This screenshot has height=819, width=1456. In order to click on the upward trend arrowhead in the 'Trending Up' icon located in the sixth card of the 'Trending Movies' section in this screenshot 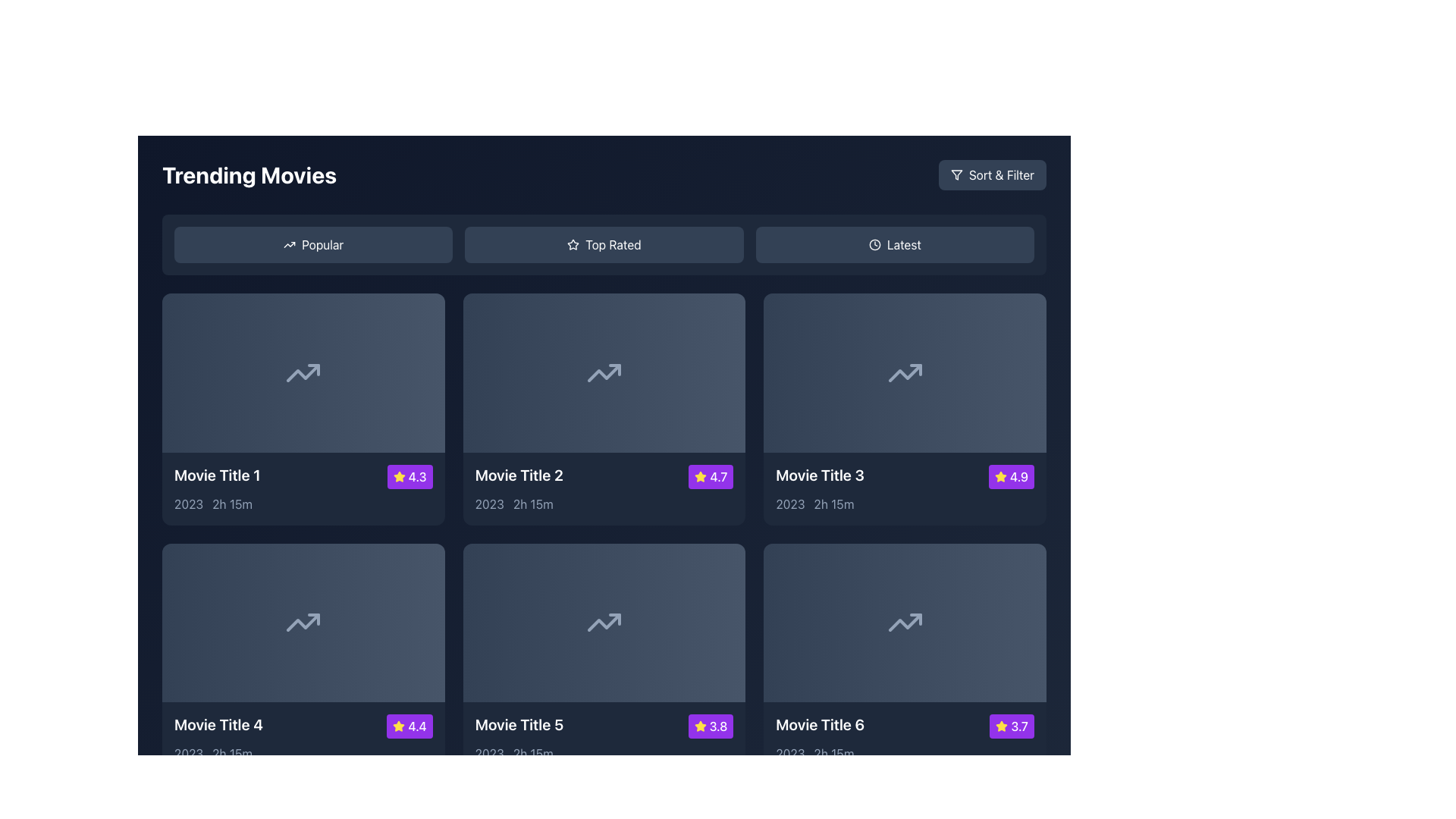, I will do `click(915, 620)`.